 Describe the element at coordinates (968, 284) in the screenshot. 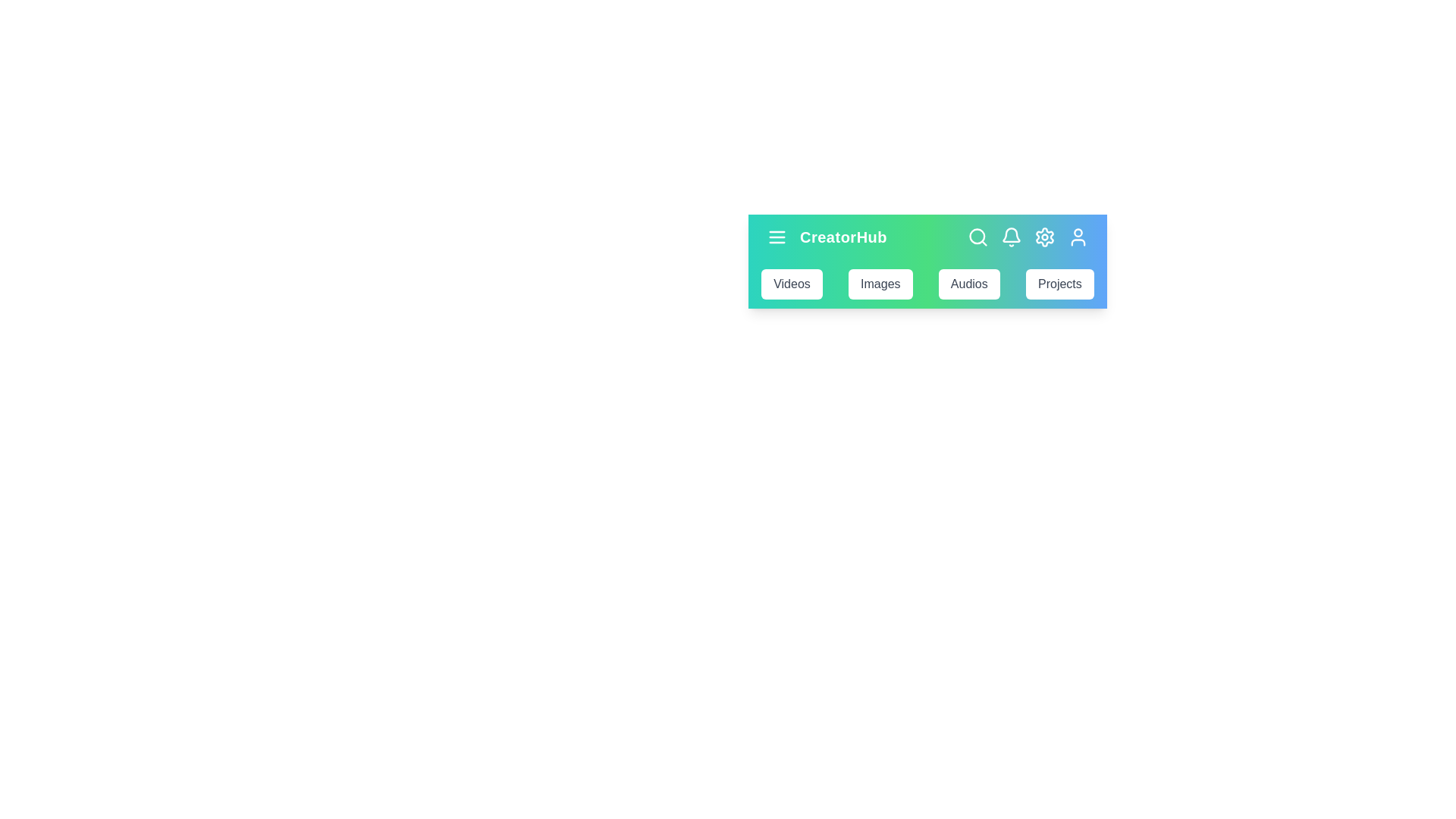

I see `the Audios navigation bar item to navigate to its section` at that location.